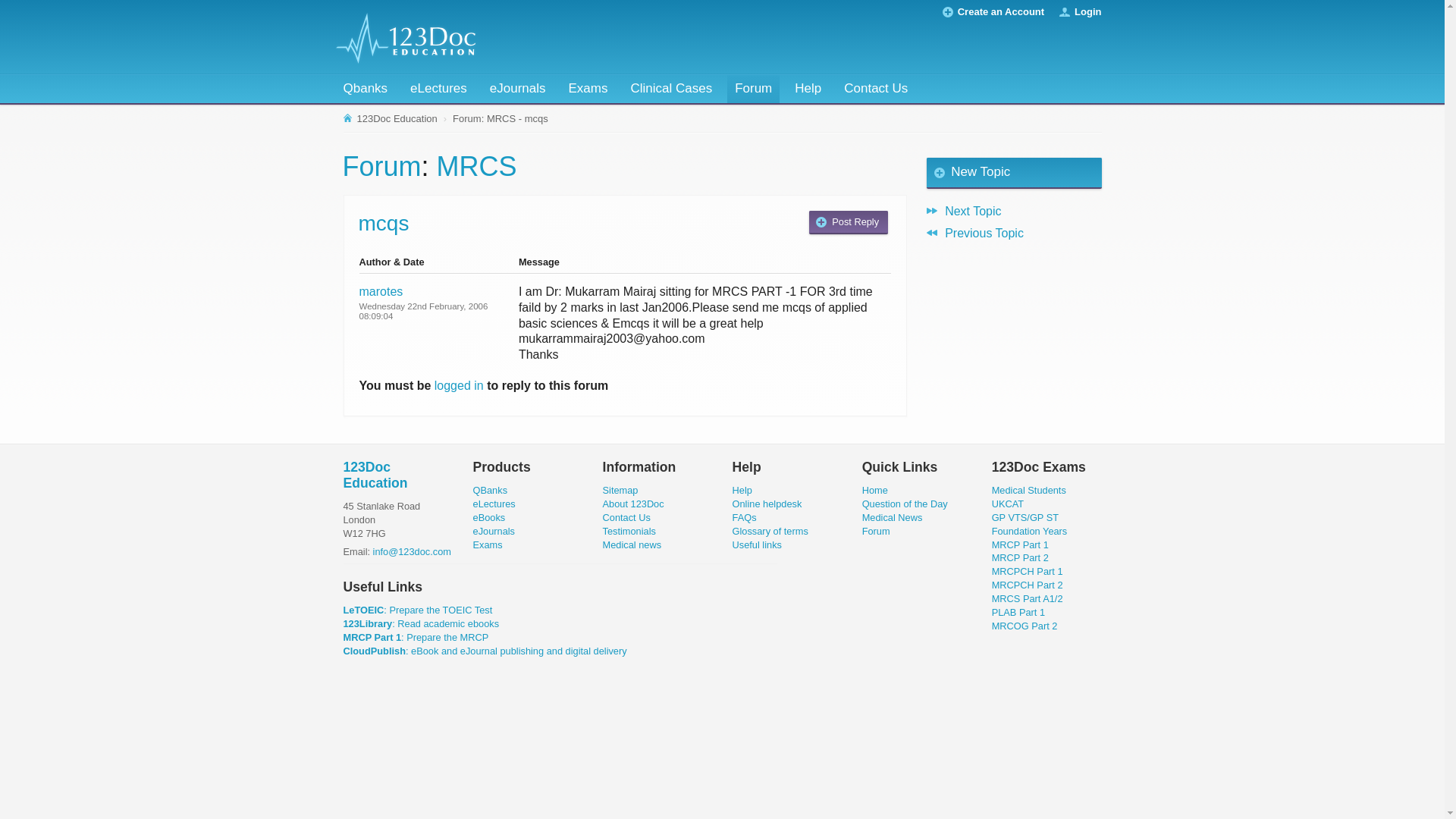 The image size is (1456, 819). Describe the element at coordinates (874, 490) in the screenshot. I see `'Home'` at that location.